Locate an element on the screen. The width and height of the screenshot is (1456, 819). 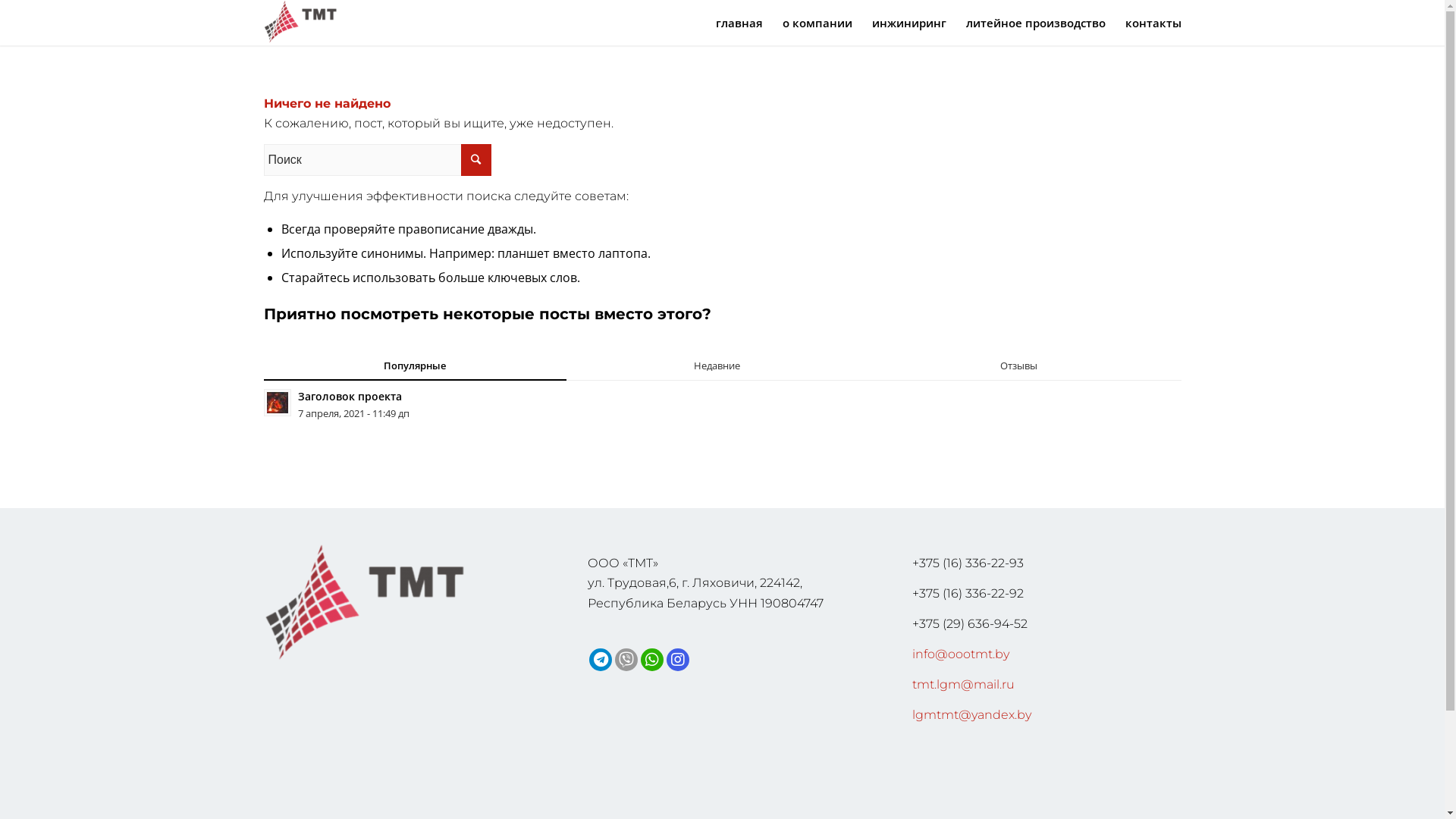
'Instagram' is located at coordinates (676, 659).